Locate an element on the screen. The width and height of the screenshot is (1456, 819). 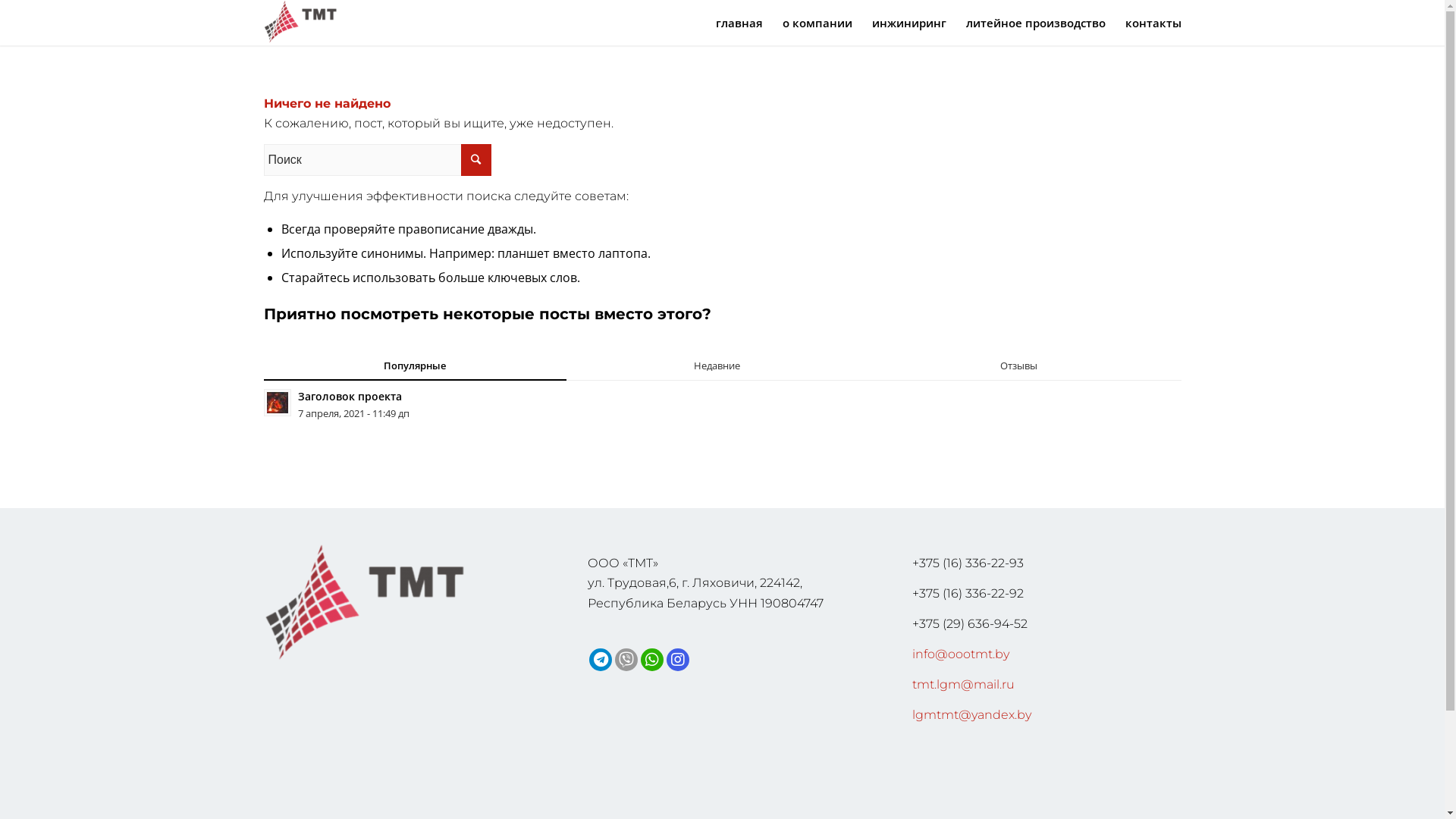
'Instagram' is located at coordinates (676, 659).